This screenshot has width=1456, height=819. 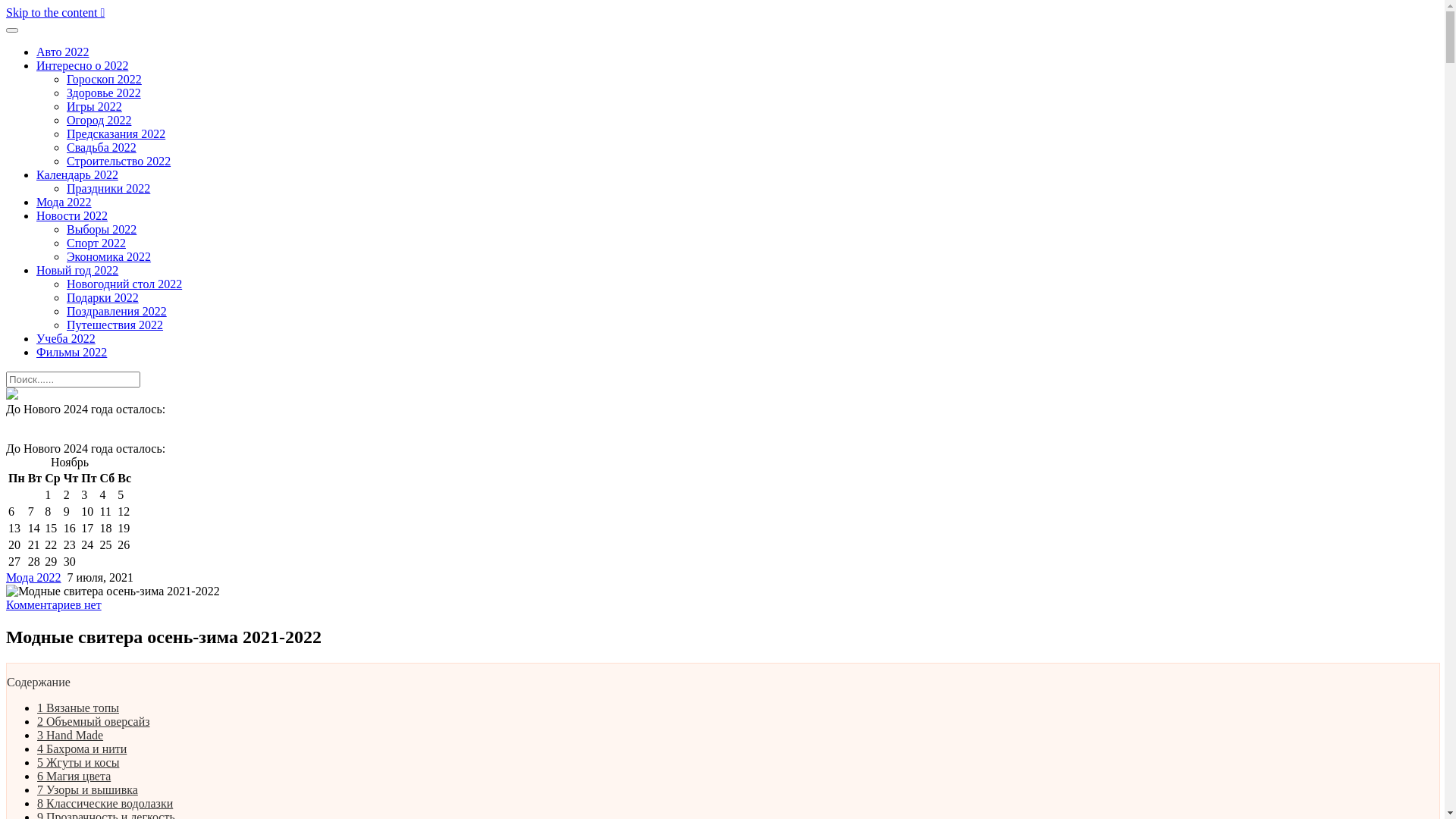 What do you see at coordinates (36, 734) in the screenshot?
I see `'3 Hand Made'` at bounding box center [36, 734].